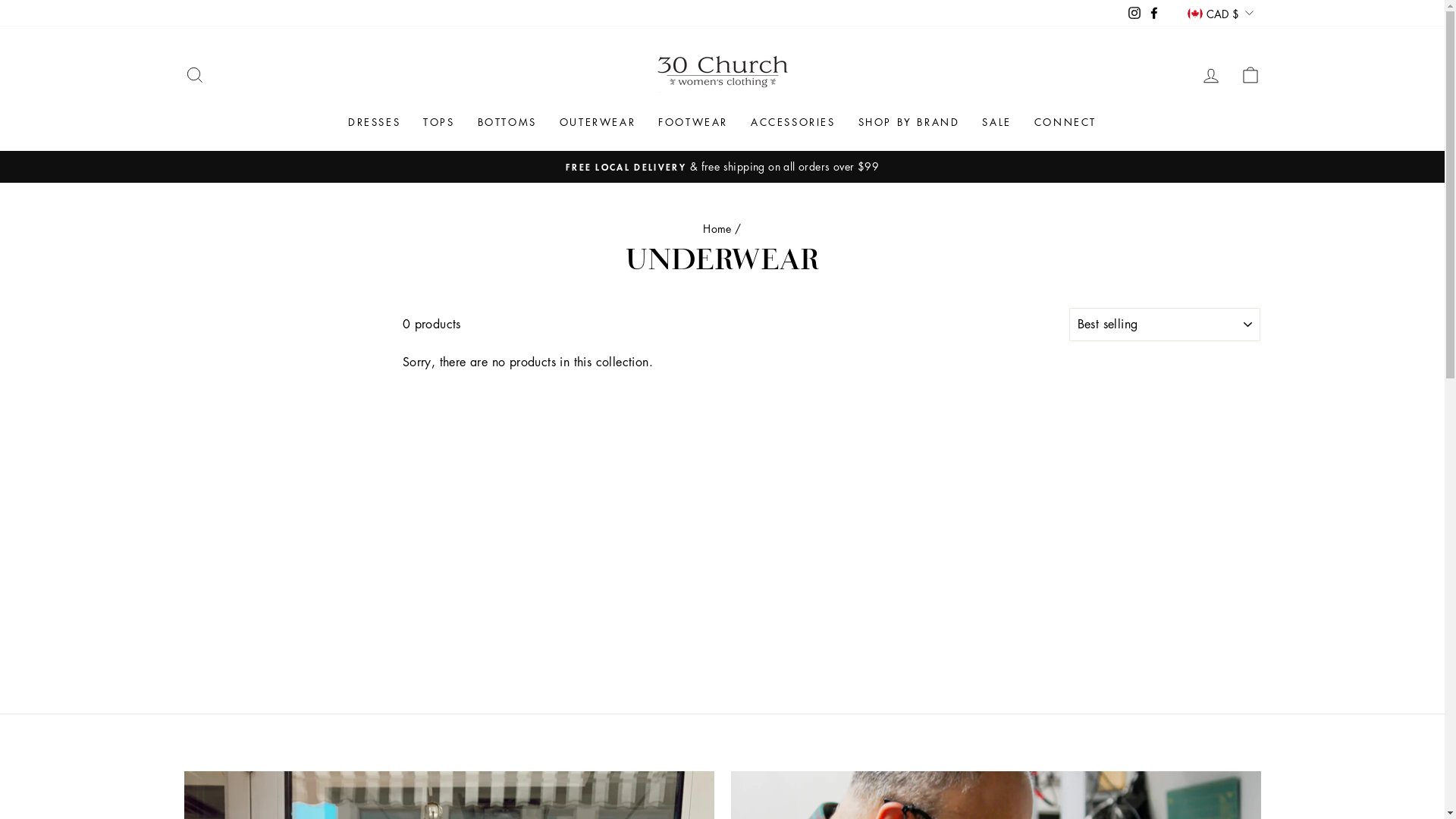  Describe the element at coordinates (792, 122) in the screenshot. I see `'ACCESSORIES'` at that location.